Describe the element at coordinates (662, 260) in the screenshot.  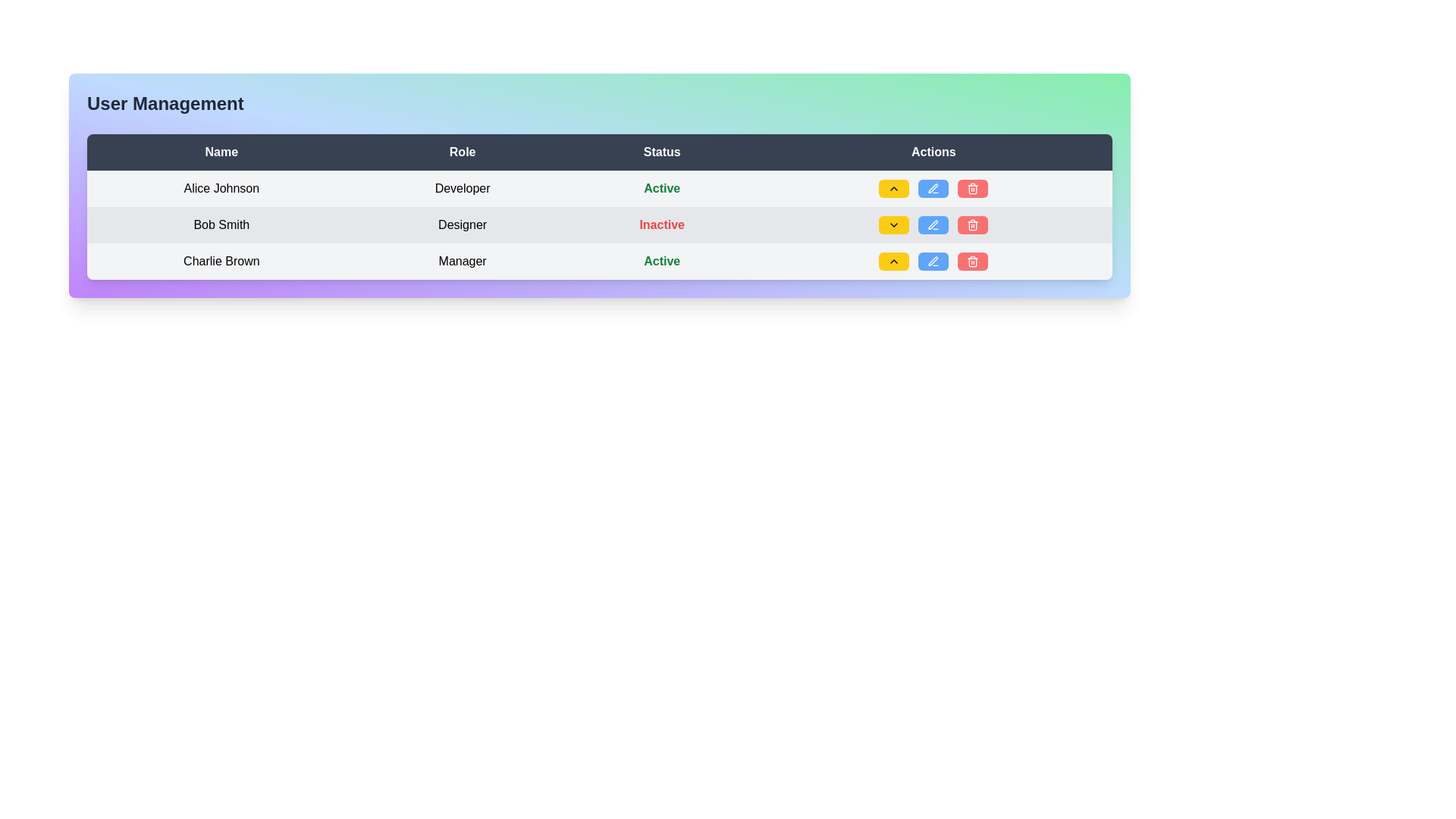
I see `'Active' text label displayed in bold green typography located in the third row of the 'Status' column within the table structure` at that location.